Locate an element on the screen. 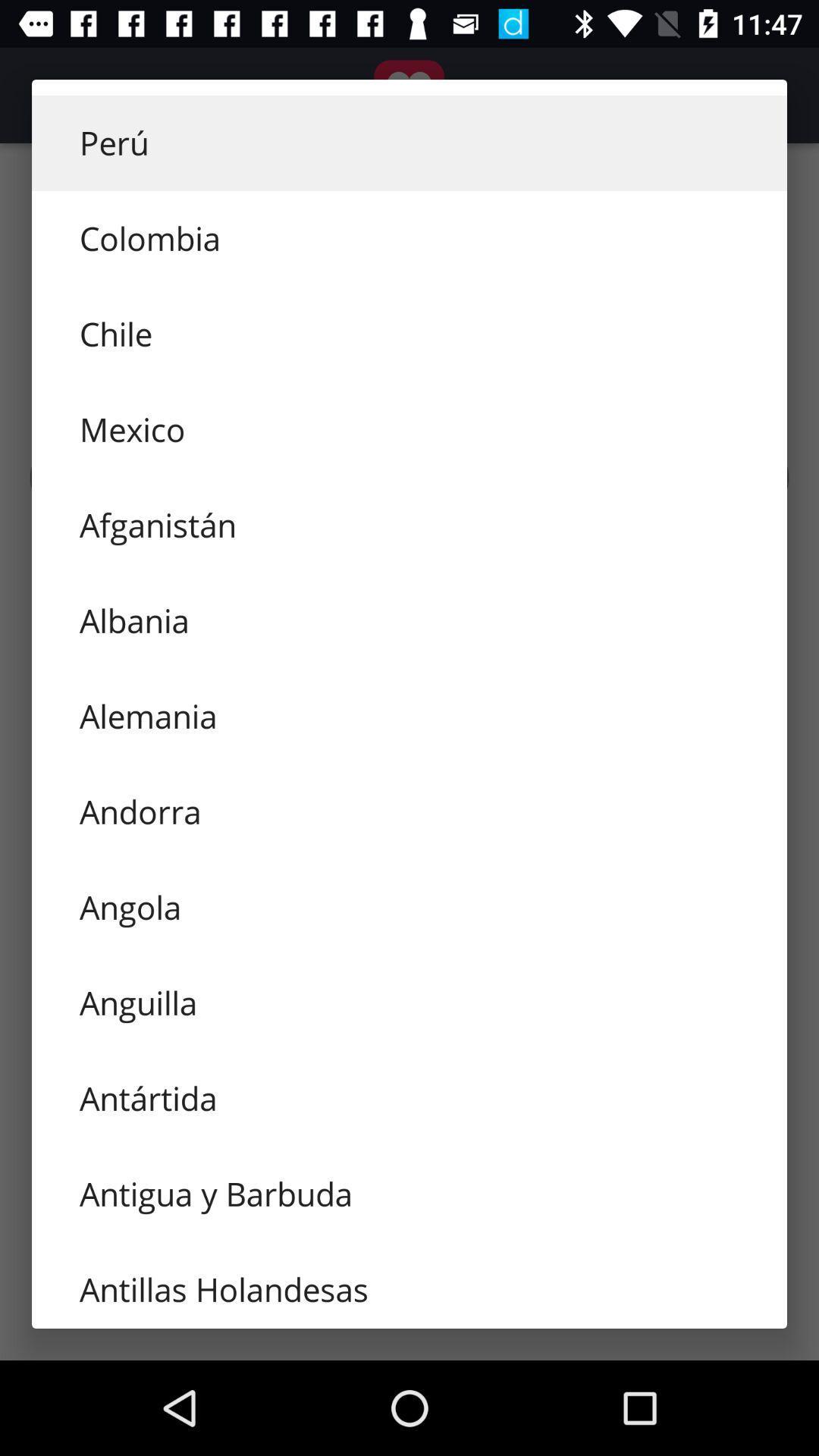 Image resolution: width=819 pixels, height=1456 pixels. angola icon is located at coordinates (409, 907).